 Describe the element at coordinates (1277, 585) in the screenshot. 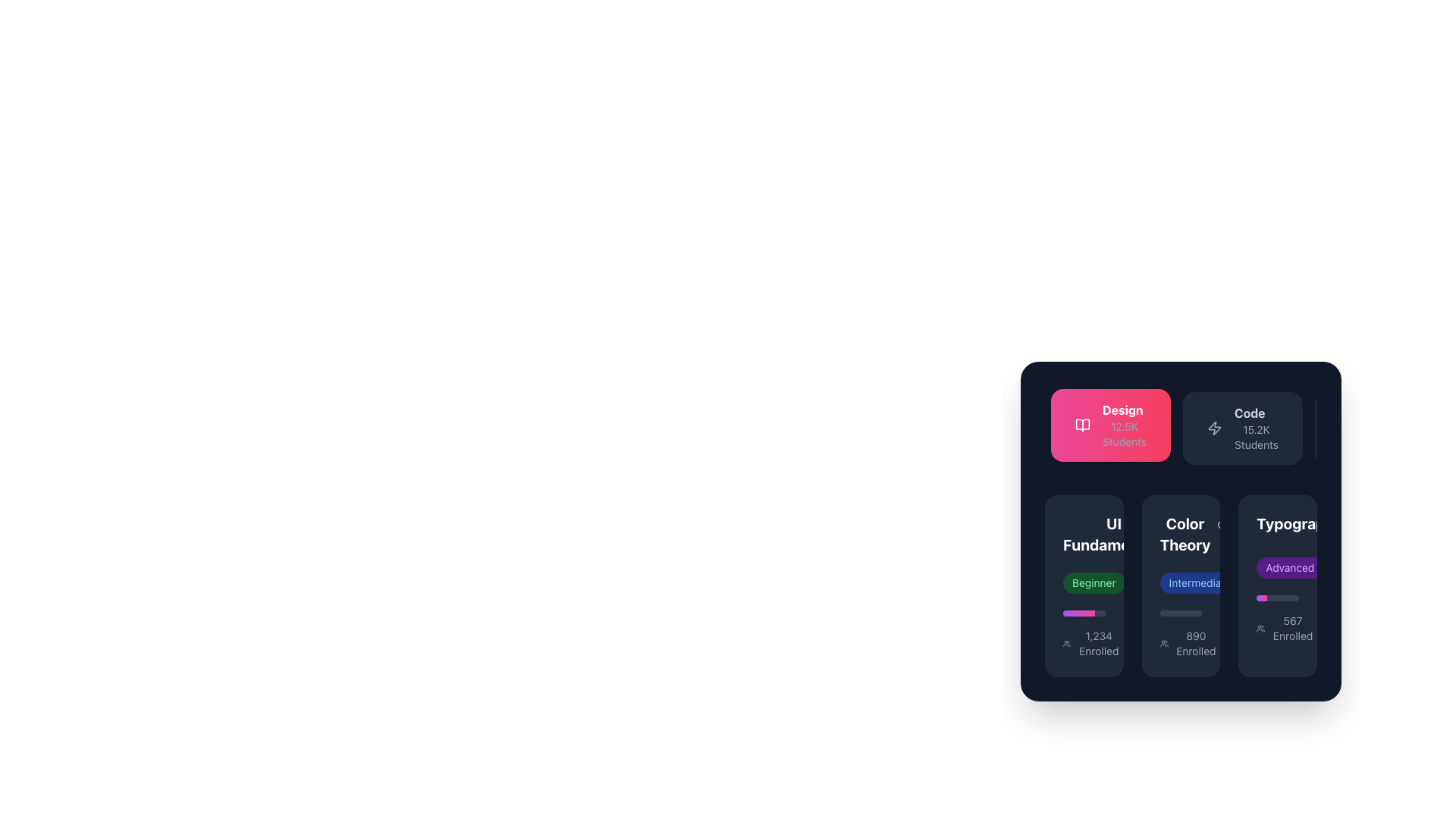

I see `the call-to-action button located in the bottom-right corner of the educational course cards` at that location.